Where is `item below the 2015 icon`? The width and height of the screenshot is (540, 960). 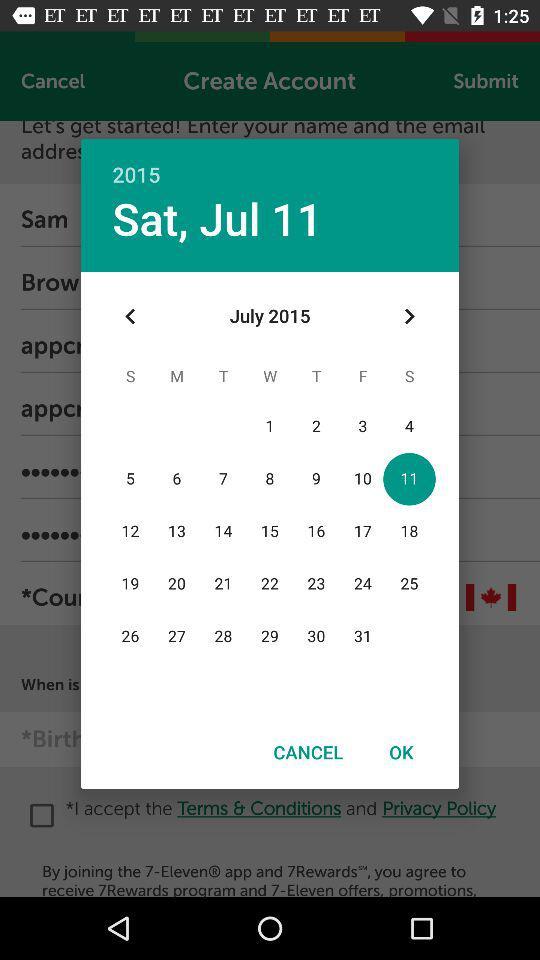
item below the 2015 icon is located at coordinates (216, 218).